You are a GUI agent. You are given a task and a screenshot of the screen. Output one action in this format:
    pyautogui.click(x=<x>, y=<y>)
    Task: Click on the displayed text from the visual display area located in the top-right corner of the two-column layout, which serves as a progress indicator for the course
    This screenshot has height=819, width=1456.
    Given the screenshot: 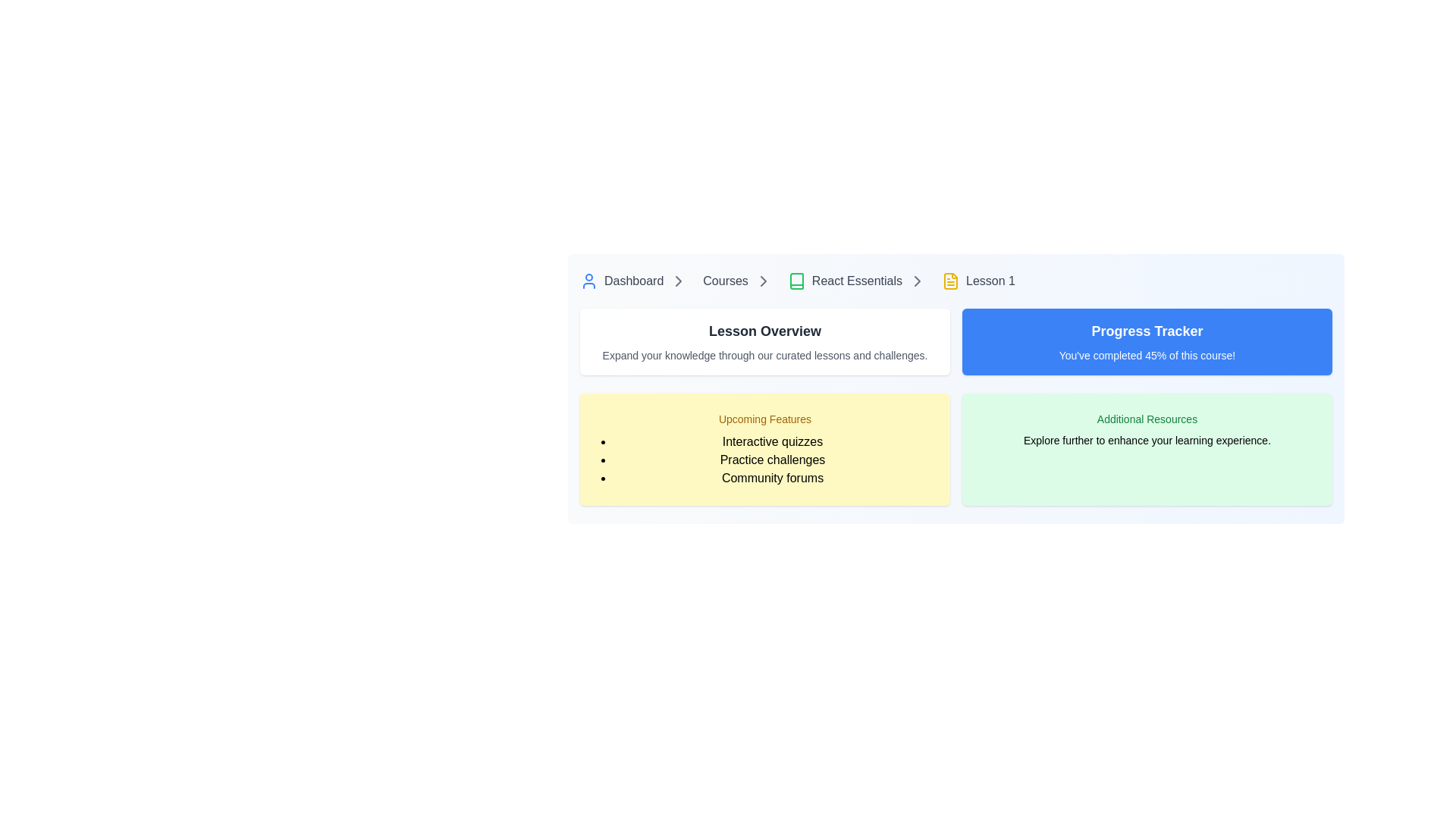 What is the action you would take?
    pyautogui.click(x=1147, y=342)
    